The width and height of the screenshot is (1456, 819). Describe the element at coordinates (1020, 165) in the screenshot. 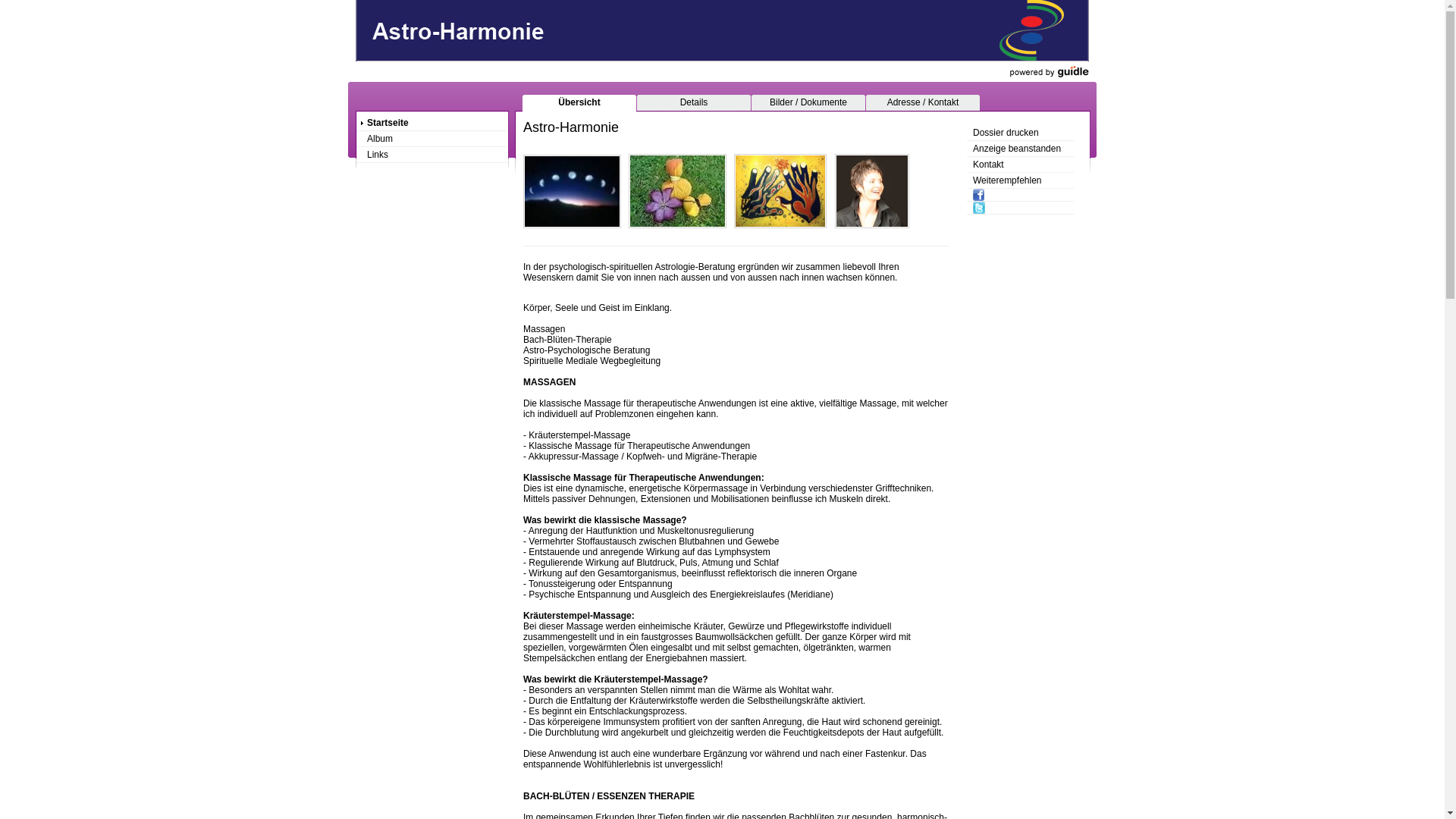

I see `'Kontakt'` at that location.